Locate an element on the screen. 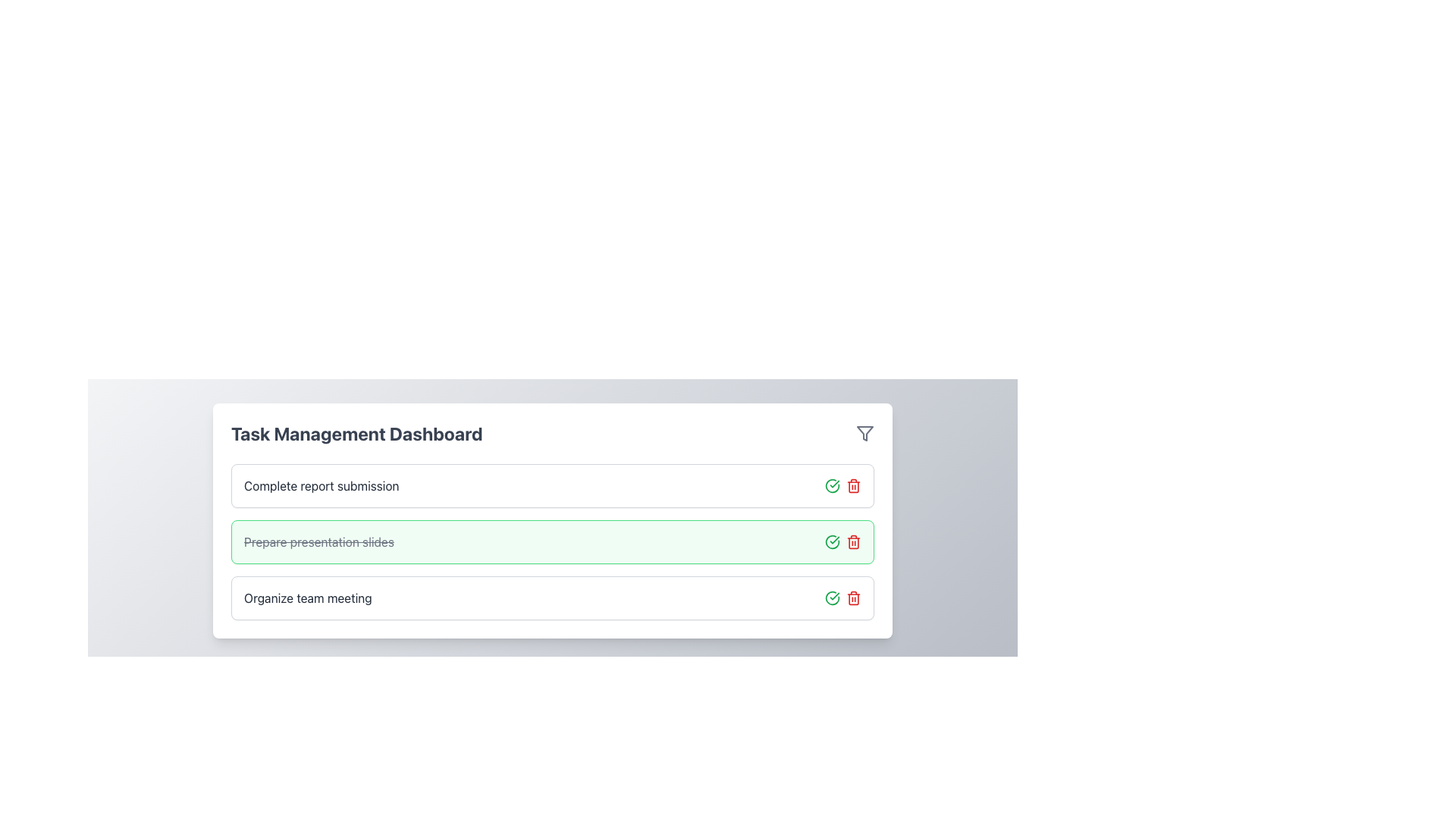 This screenshot has width=1456, height=819. the delete button icon in the 'Task Management Dashboard' to change its color to a darker red is located at coordinates (854, 541).